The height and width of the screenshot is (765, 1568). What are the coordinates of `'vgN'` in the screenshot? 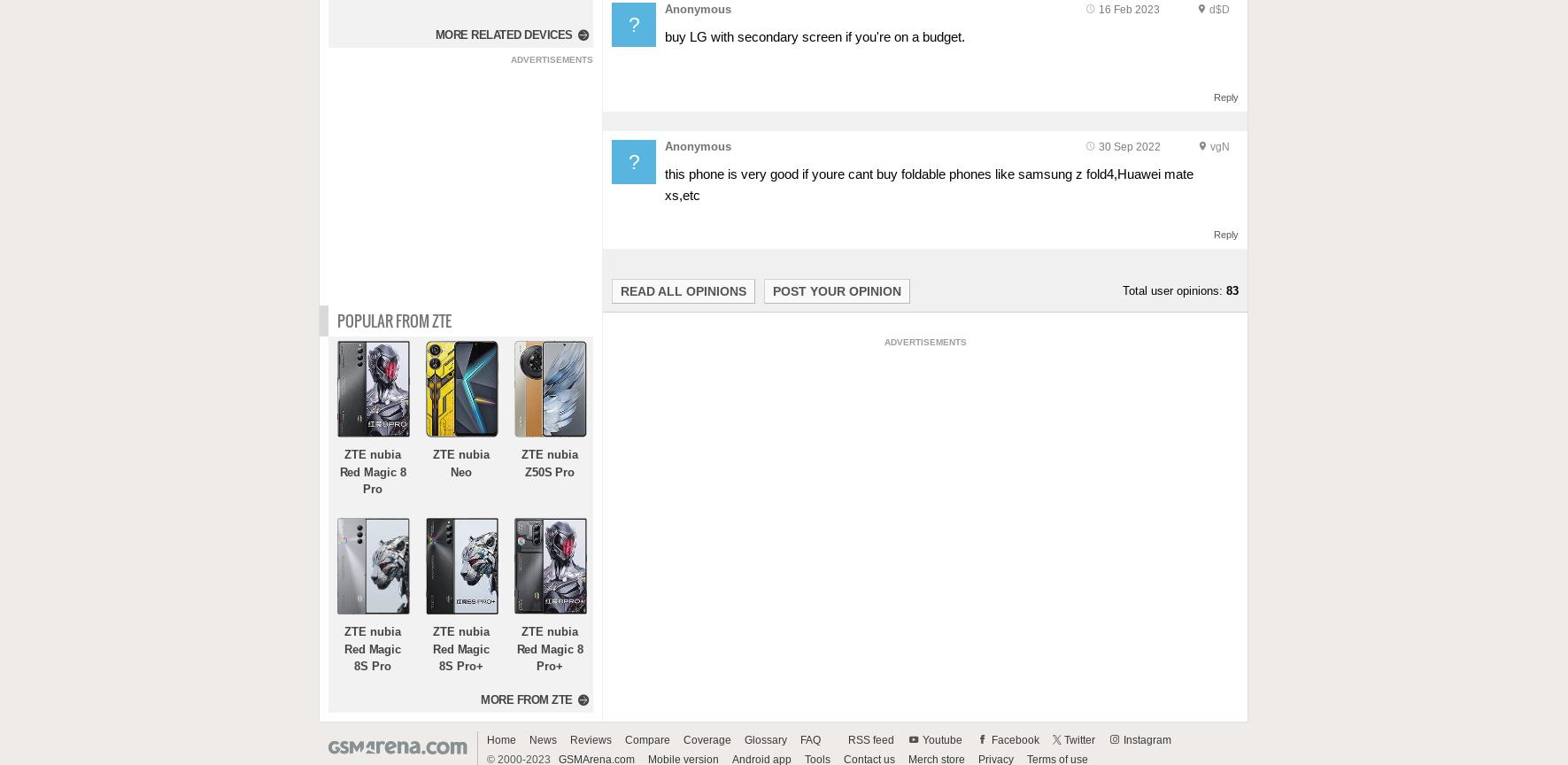 It's located at (1219, 145).